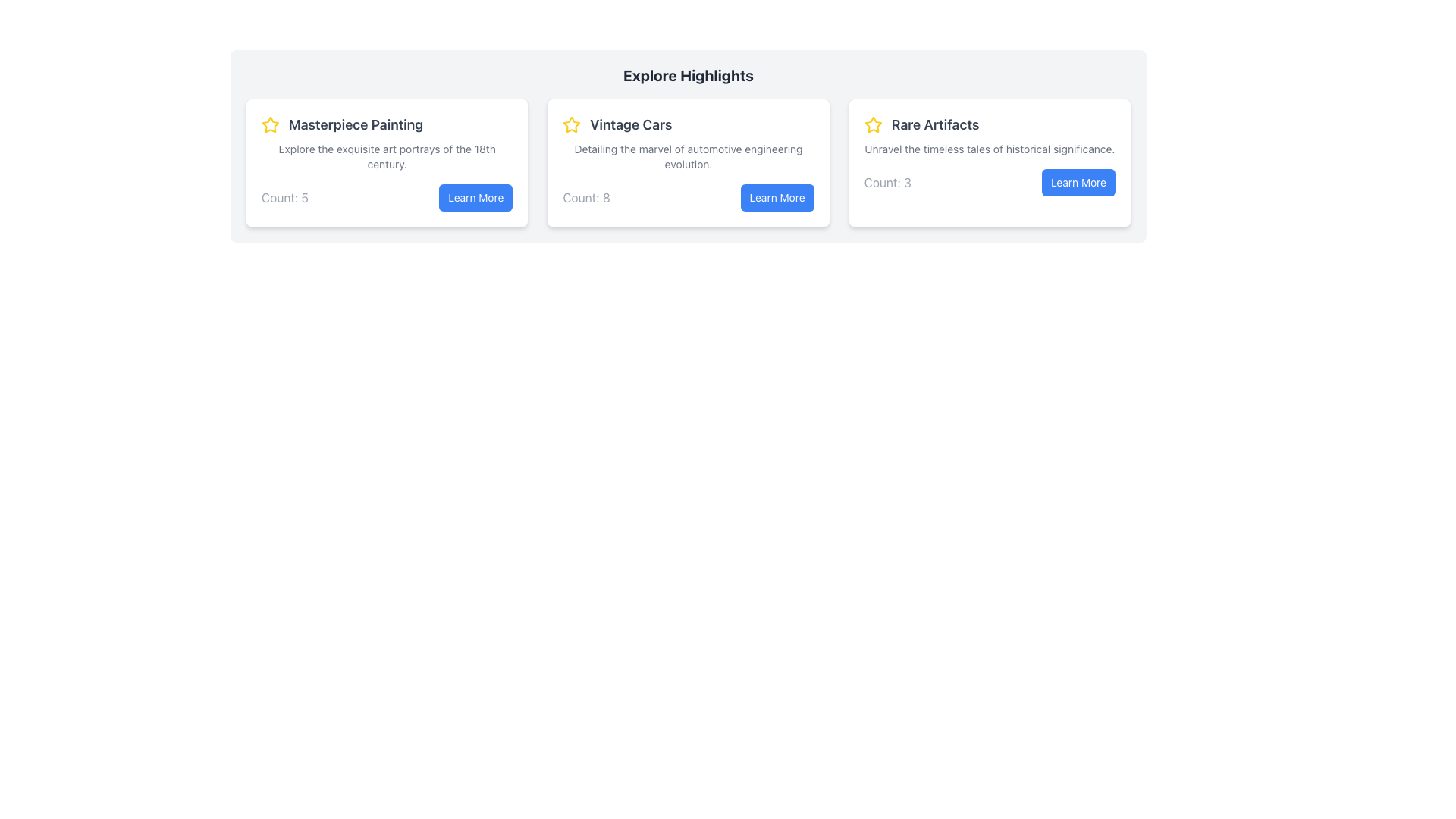 The height and width of the screenshot is (819, 1456). Describe the element at coordinates (387, 157) in the screenshot. I see `the descriptive text element located at the center of the first card, which provides additional context for the title 'Masterpiece Painting'` at that location.